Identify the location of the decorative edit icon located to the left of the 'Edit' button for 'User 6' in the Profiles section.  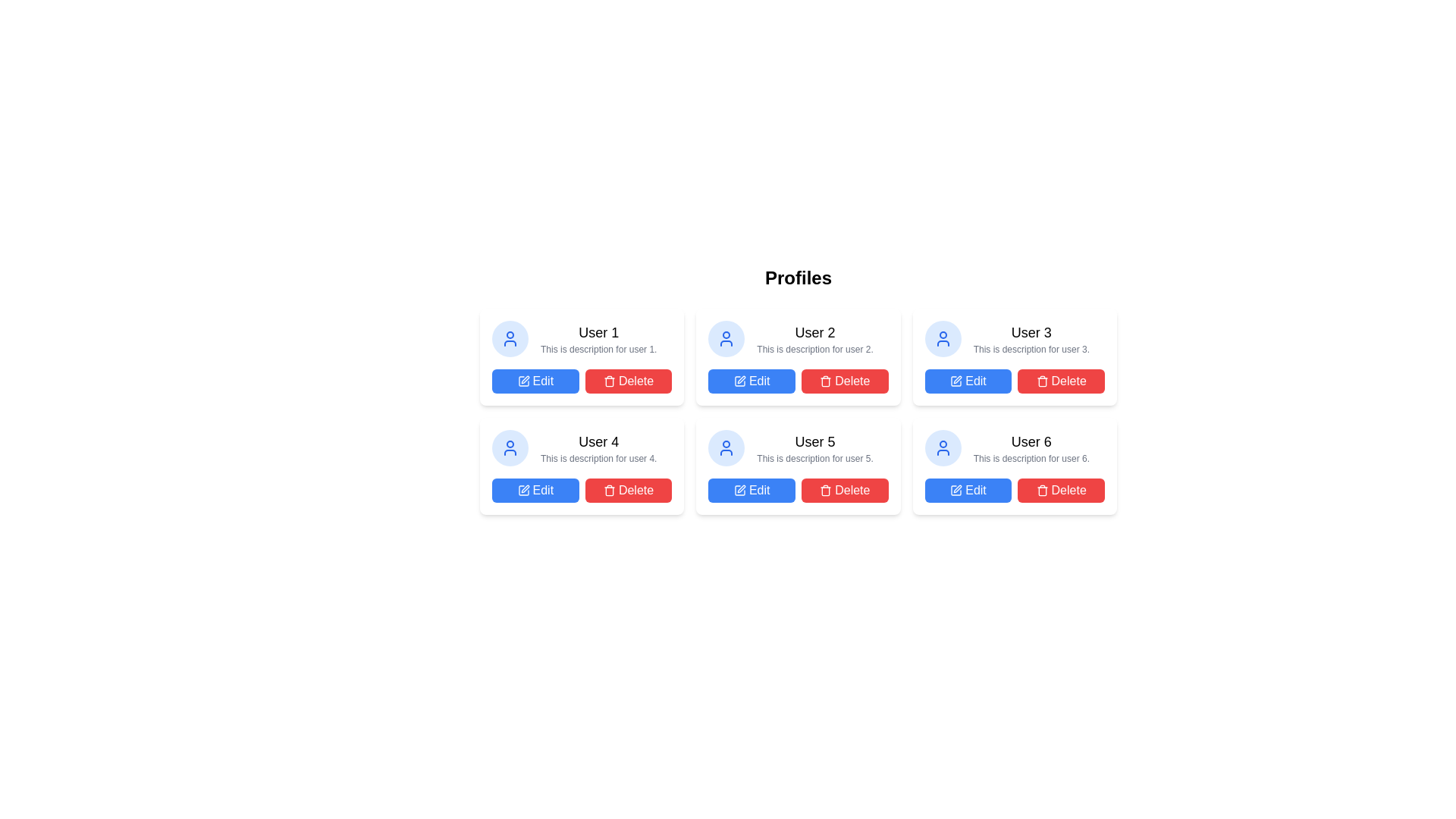
(955, 491).